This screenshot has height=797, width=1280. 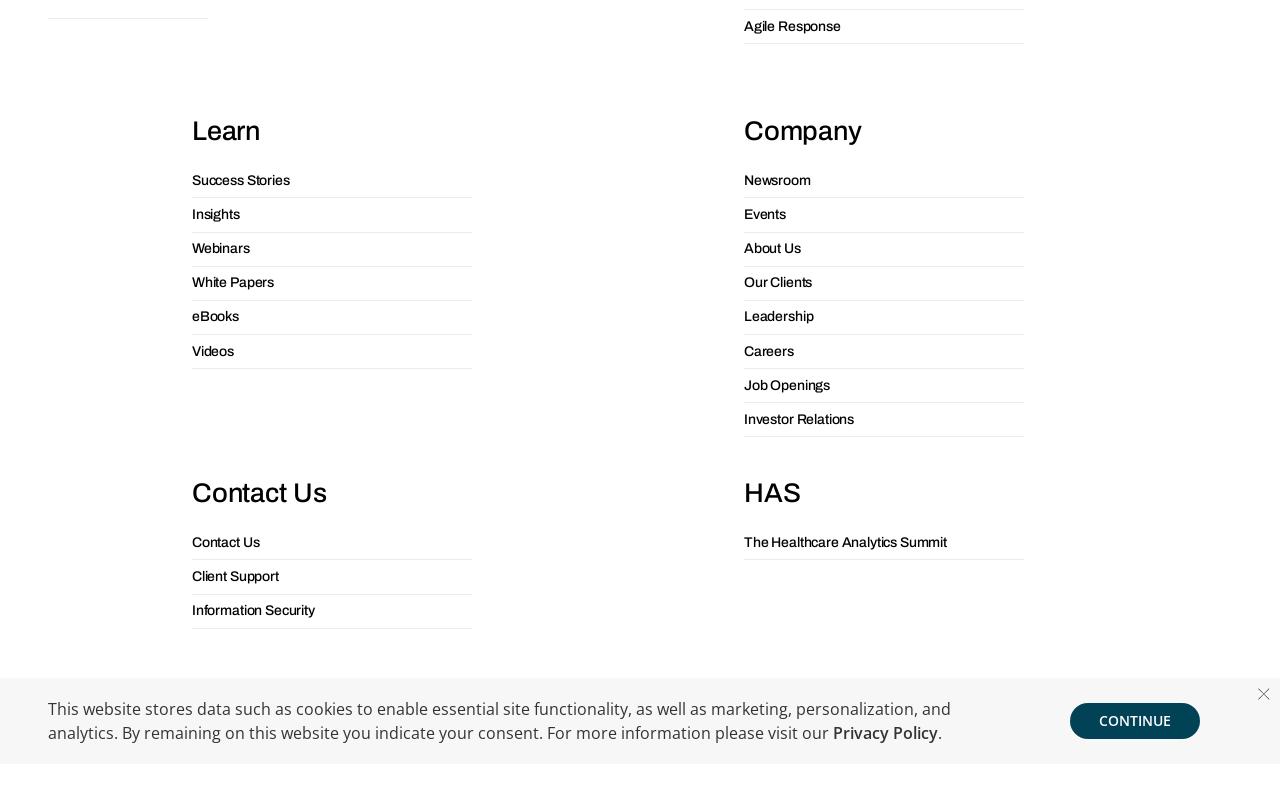 What do you see at coordinates (640, 395) in the screenshot?
I see `'© 2023 Health Catalyst. All rights reserved'` at bounding box center [640, 395].